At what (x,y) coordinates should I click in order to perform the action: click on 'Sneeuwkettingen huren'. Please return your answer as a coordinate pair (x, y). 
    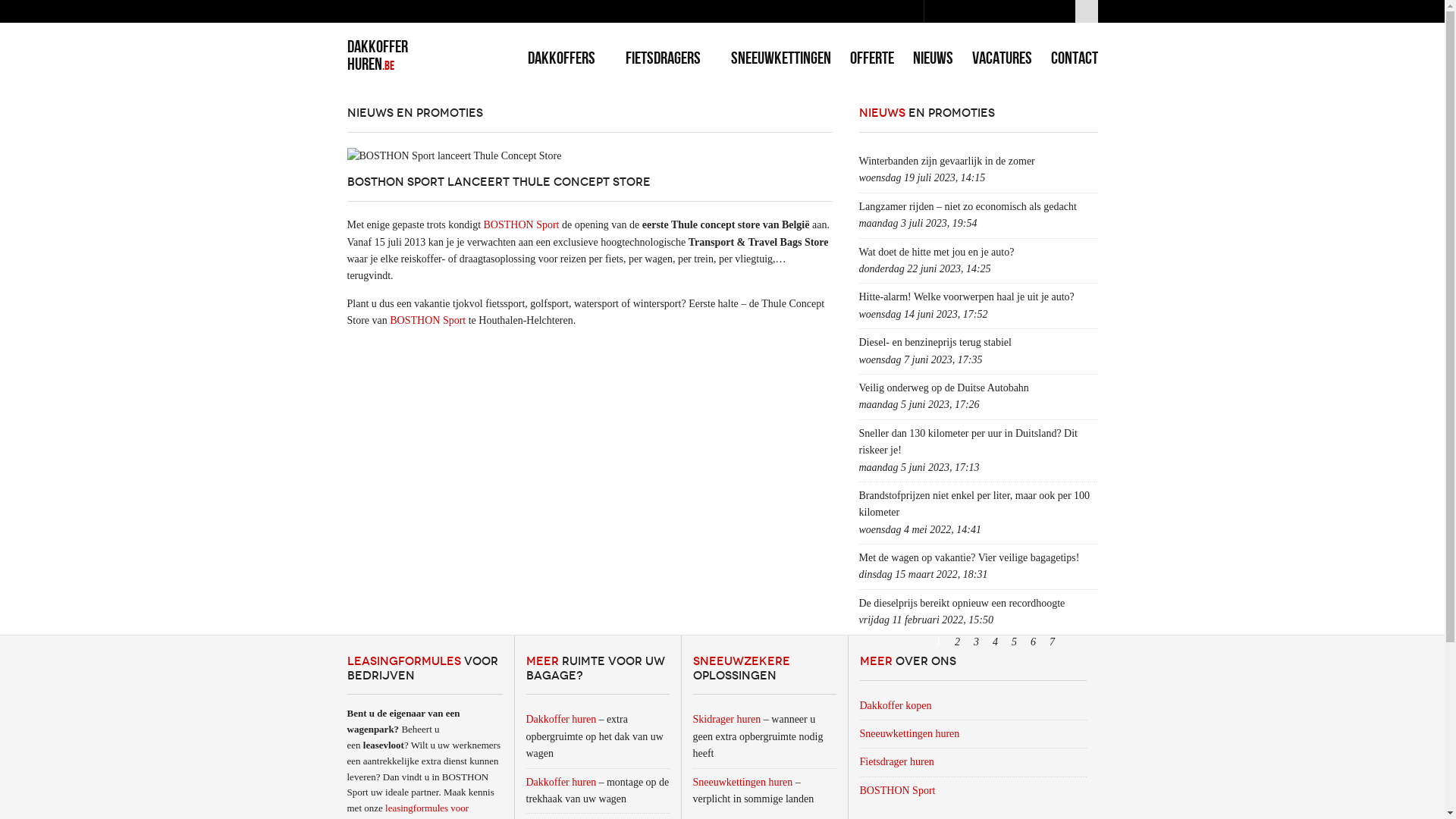
    Looking at the image, I should click on (742, 782).